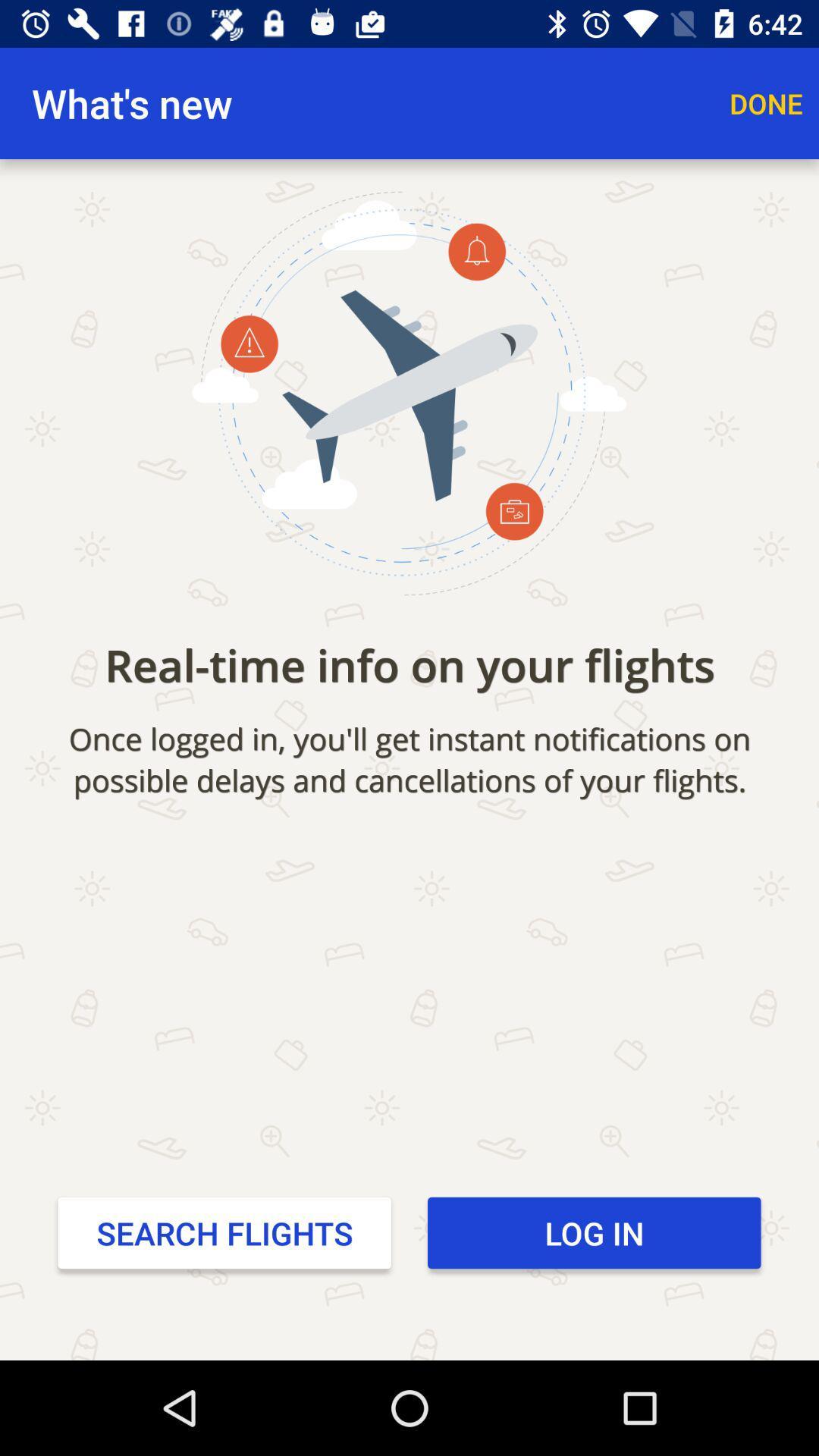 Image resolution: width=819 pixels, height=1456 pixels. Describe the element at coordinates (593, 1233) in the screenshot. I see `the icon to the right of search flights item` at that location.